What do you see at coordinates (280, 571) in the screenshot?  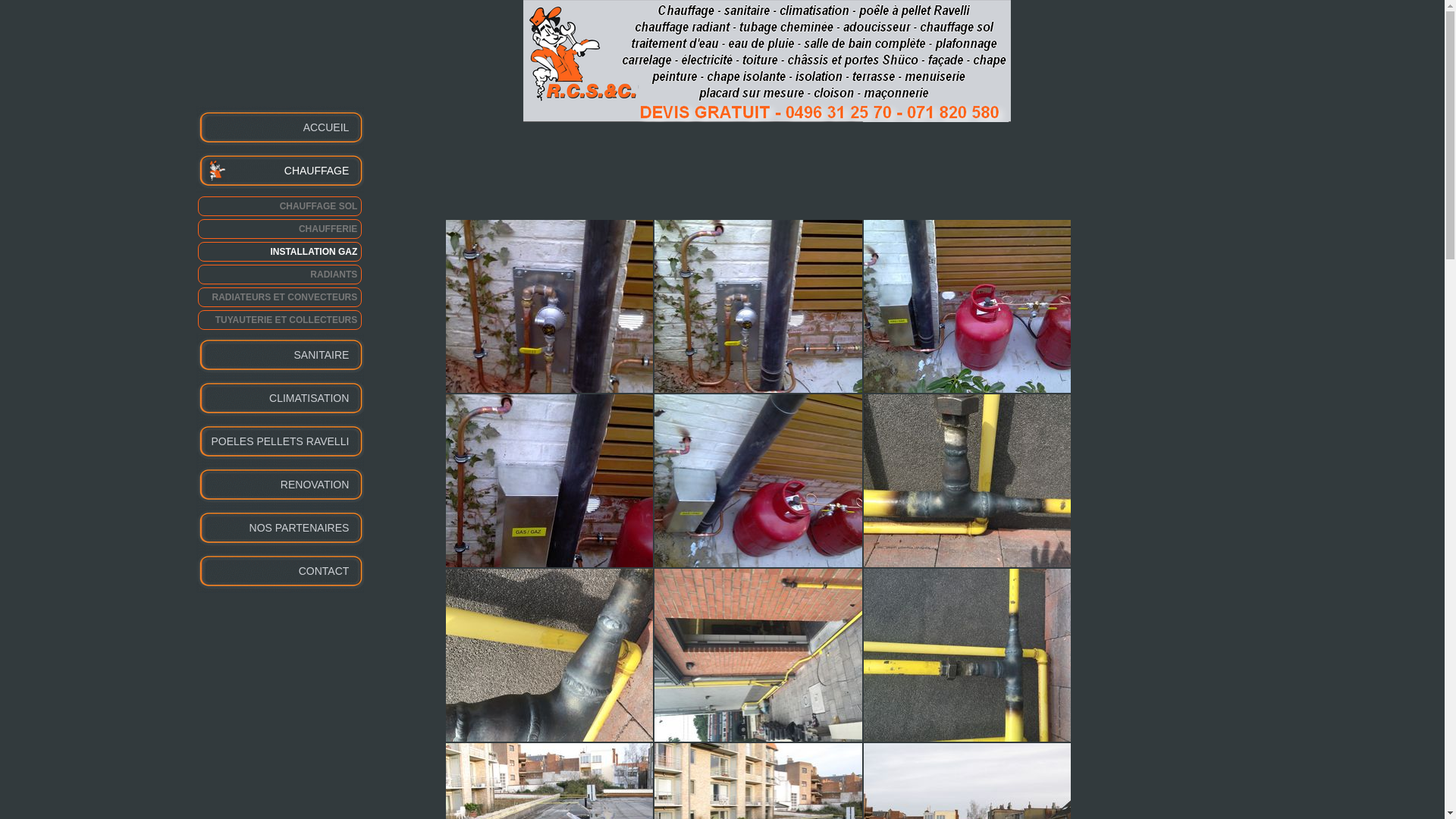 I see `'CONTACT'` at bounding box center [280, 571].